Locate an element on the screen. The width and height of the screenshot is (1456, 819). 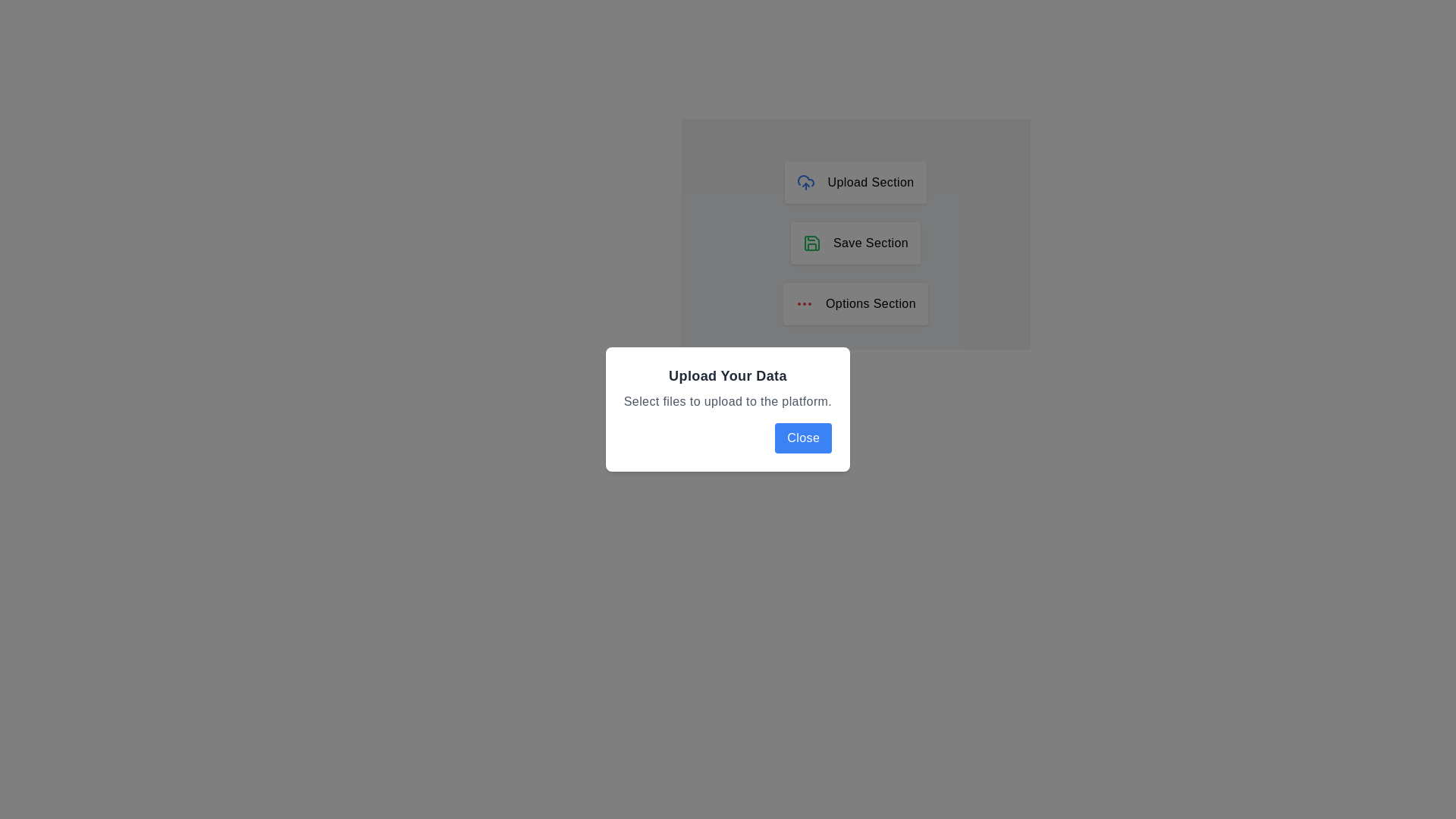
the 'Save Section' button, which is a rectangular button with a white background, rounded corners, and a green save disk icon, located between the 'Upload Section' and 'Options Section' buttons is located at coordinates (855, 242).